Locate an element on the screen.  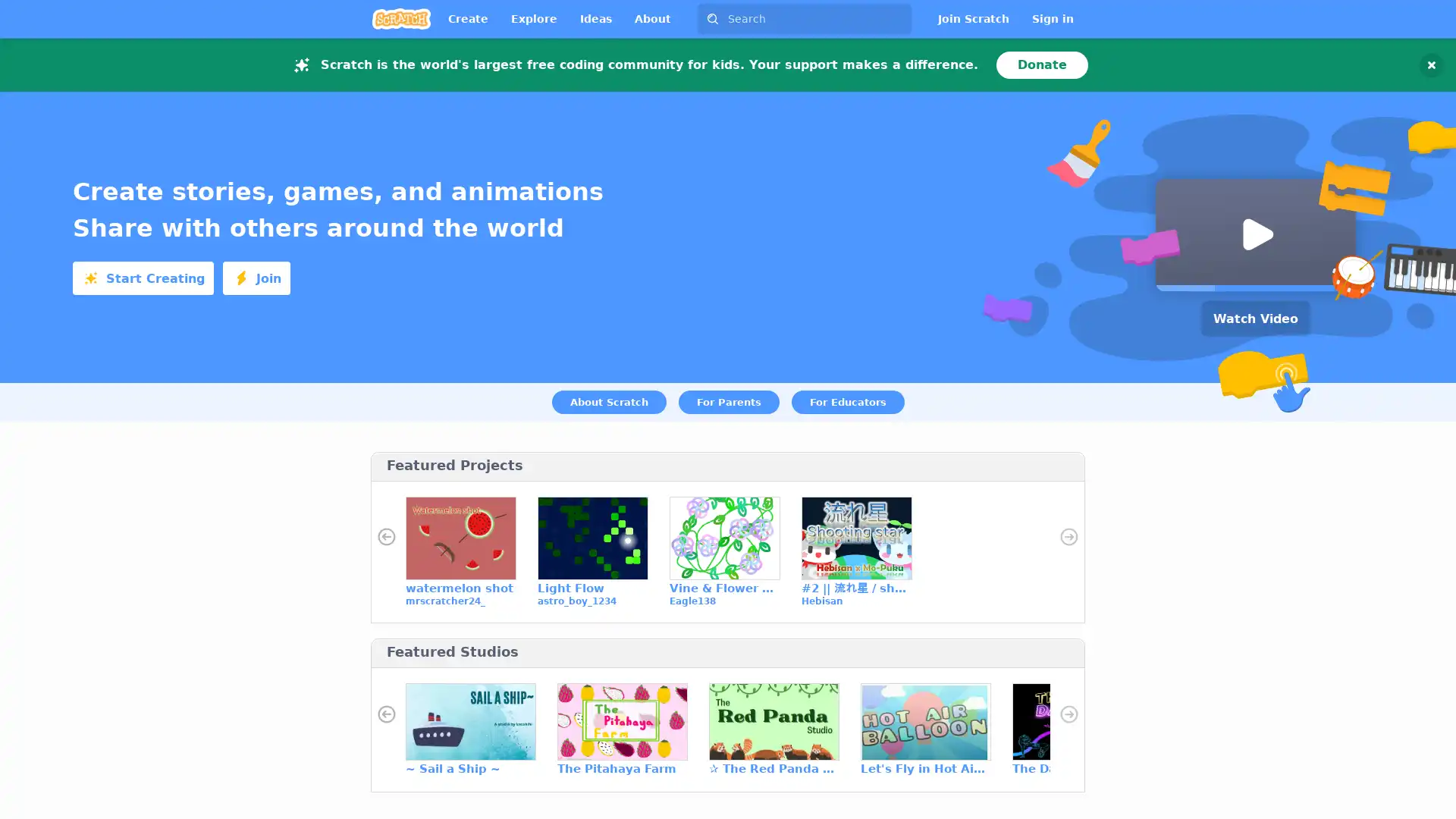
Previous is located at coordinates (386, 536).